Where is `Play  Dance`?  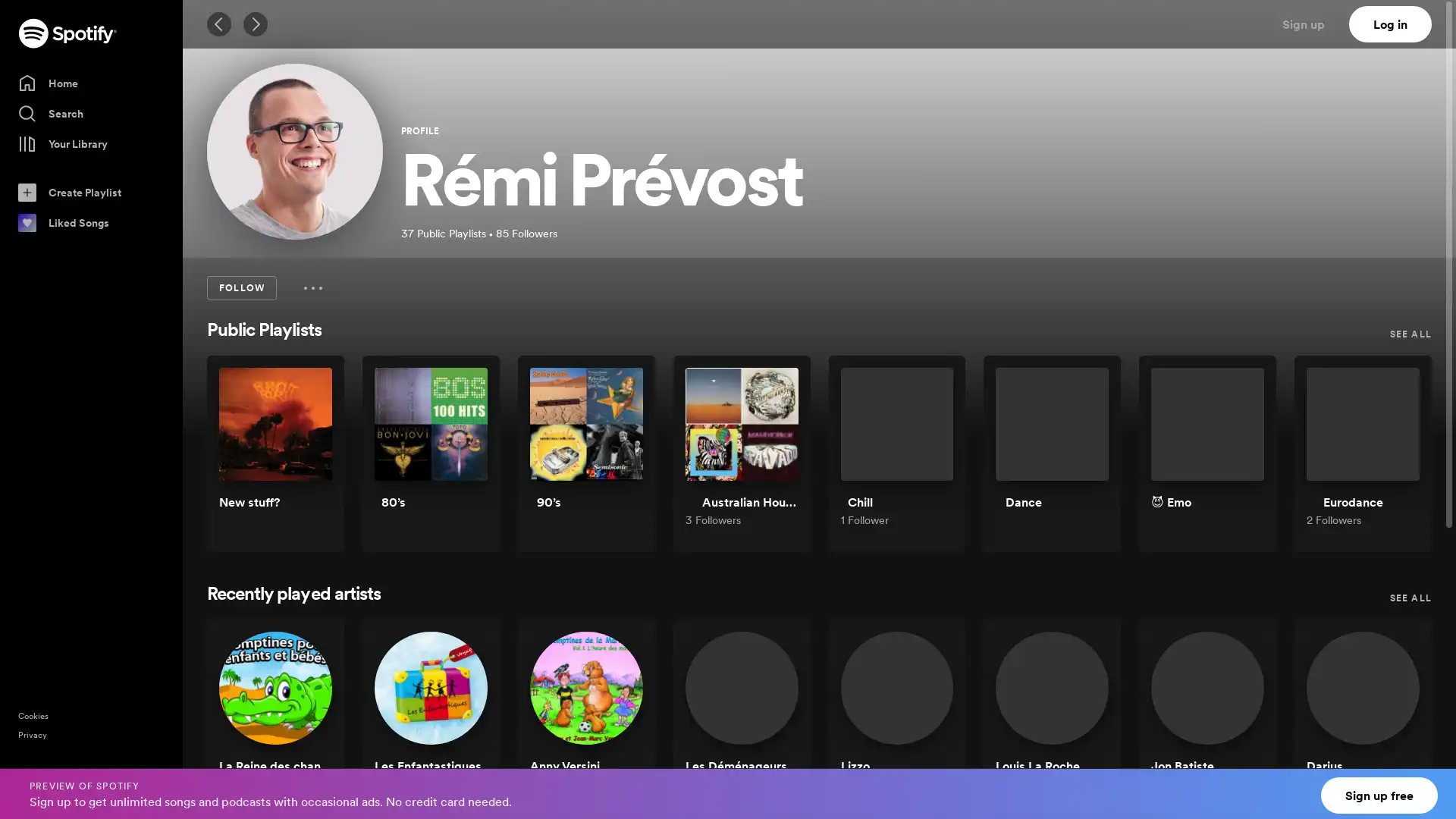
Play  Dance is located at coordinates (1084, 461).